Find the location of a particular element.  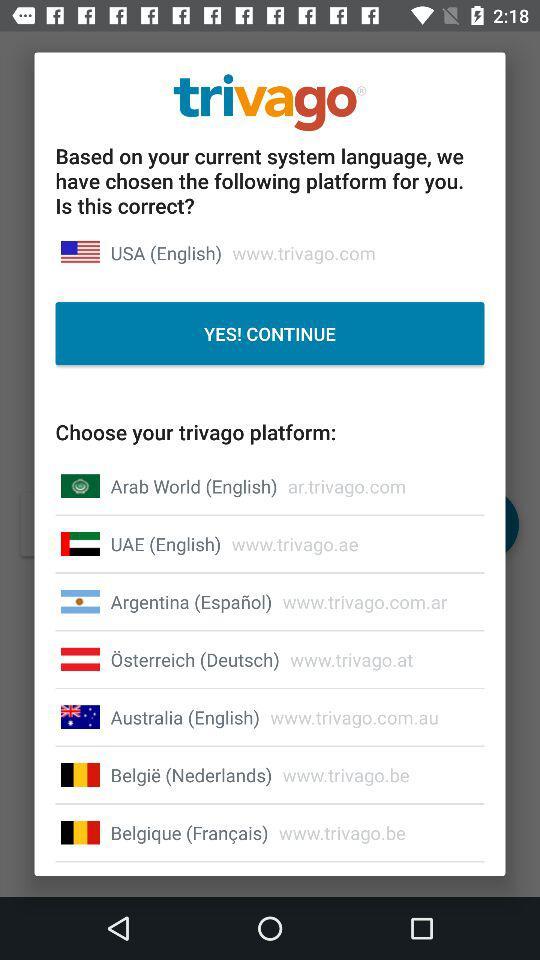

arab world (english) icon is located at coordinates (194, 485).